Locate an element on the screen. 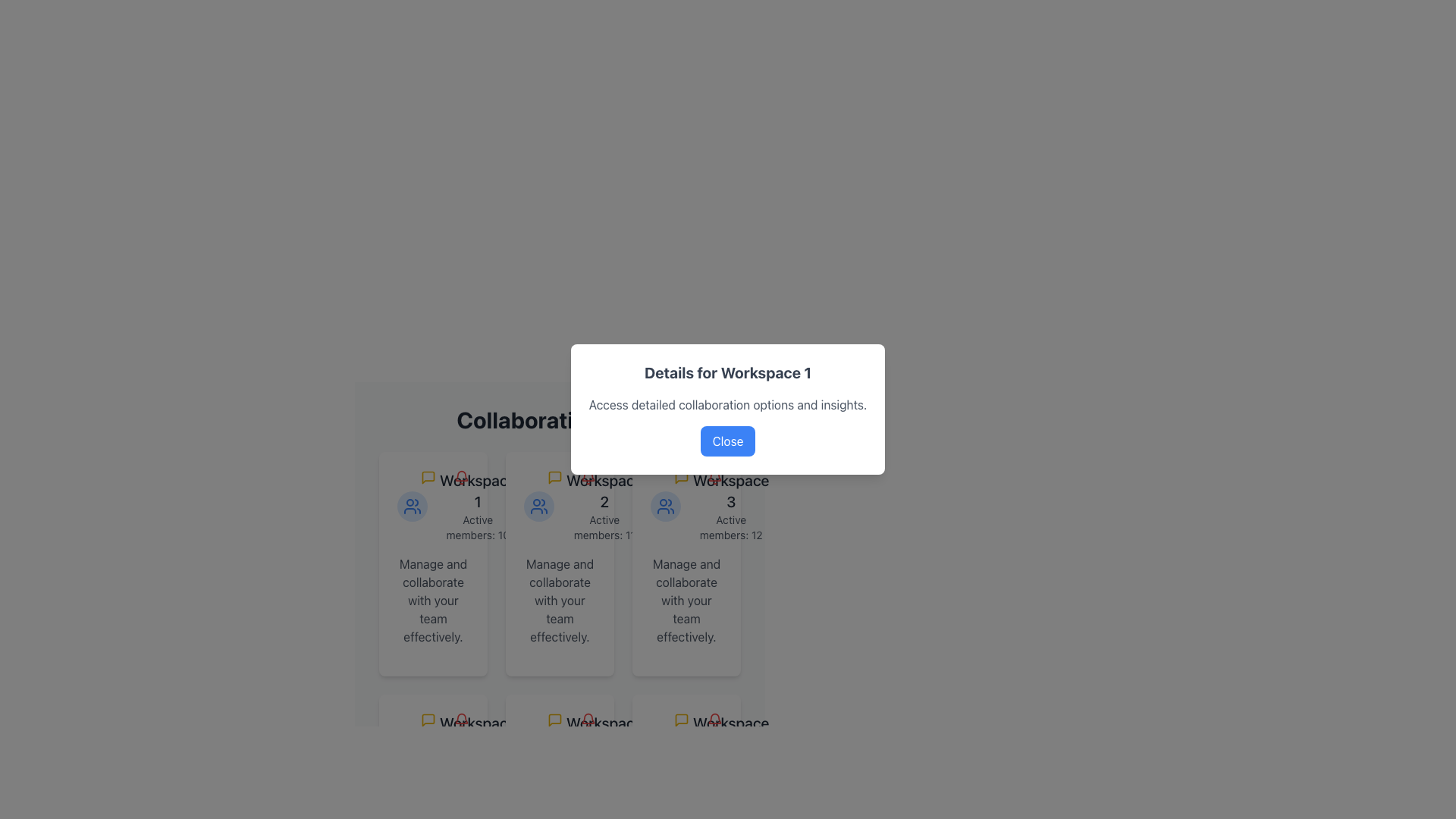 Image resolution: width=1456 pixels, height=819 pixels. the circular icon with a blue multiple people design from the workspace section is located at coordinates (412, 748).